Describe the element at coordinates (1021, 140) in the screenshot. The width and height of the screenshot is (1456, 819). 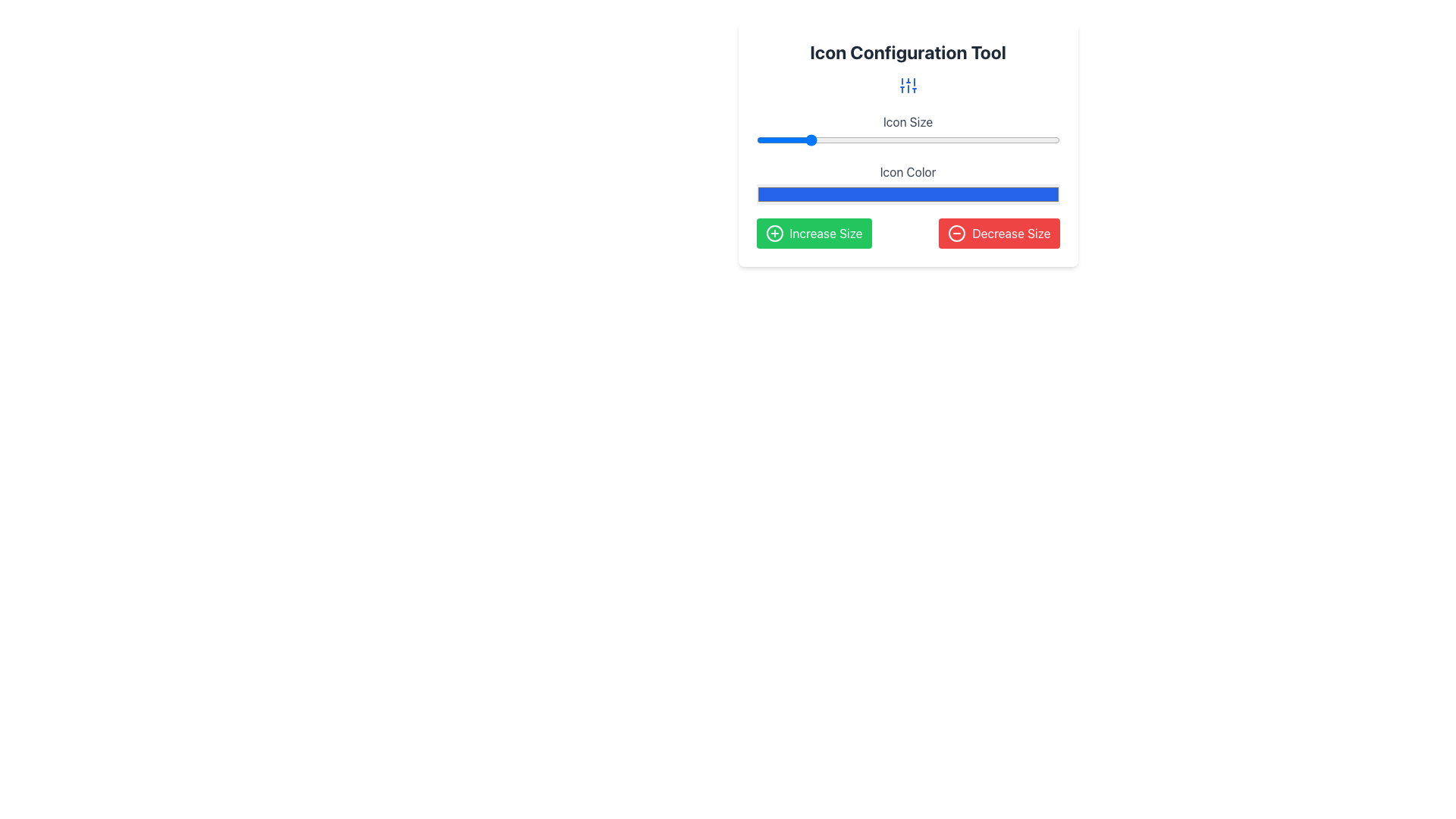
I see `icon size` at that location.